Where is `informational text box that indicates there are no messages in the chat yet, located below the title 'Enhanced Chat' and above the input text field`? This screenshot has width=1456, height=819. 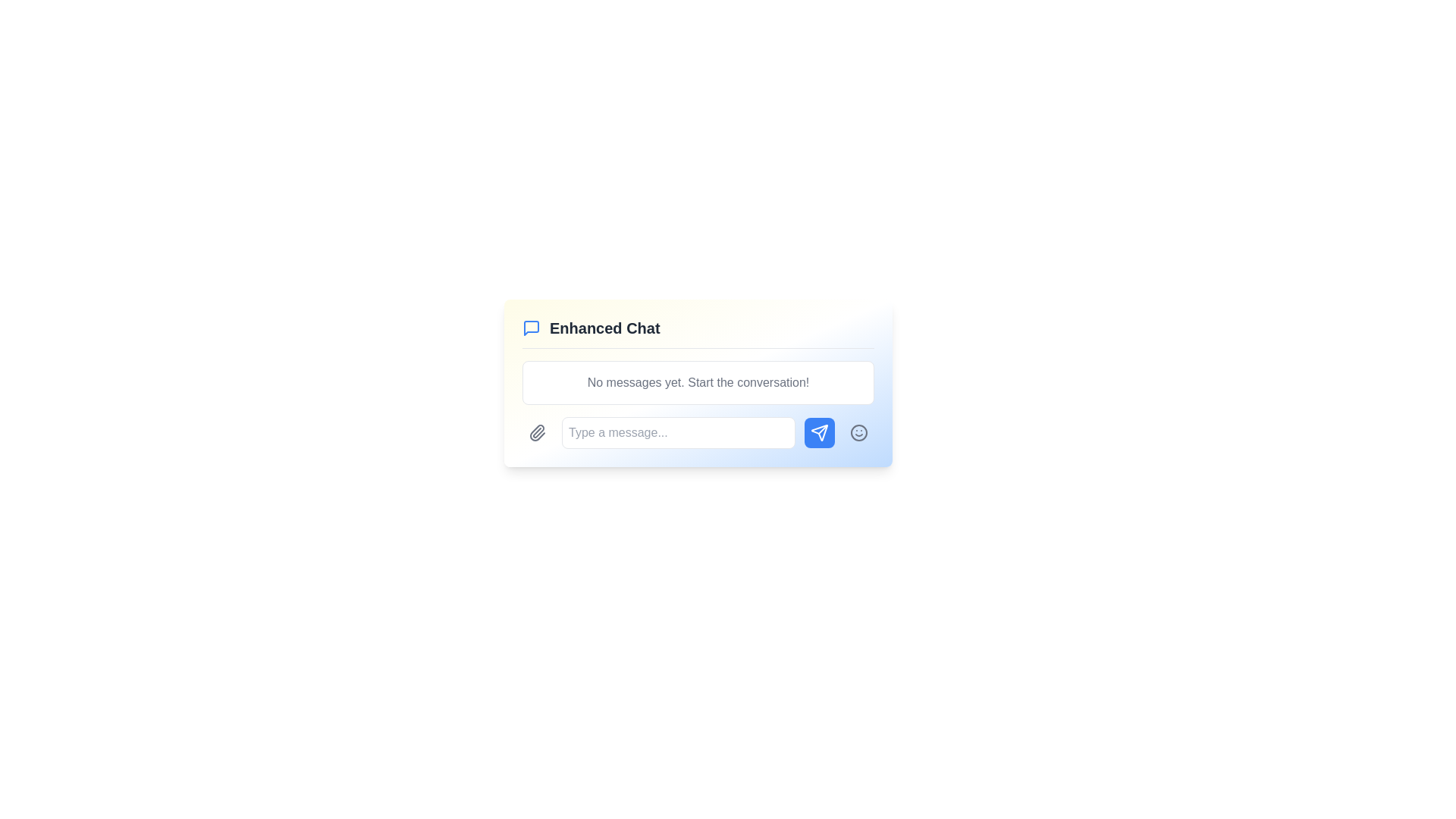
informational text box that indicates there are no messages in the chat yet, located below the title 'Enhanced Chat' and above the input text field is located at coordinates (698, 382).